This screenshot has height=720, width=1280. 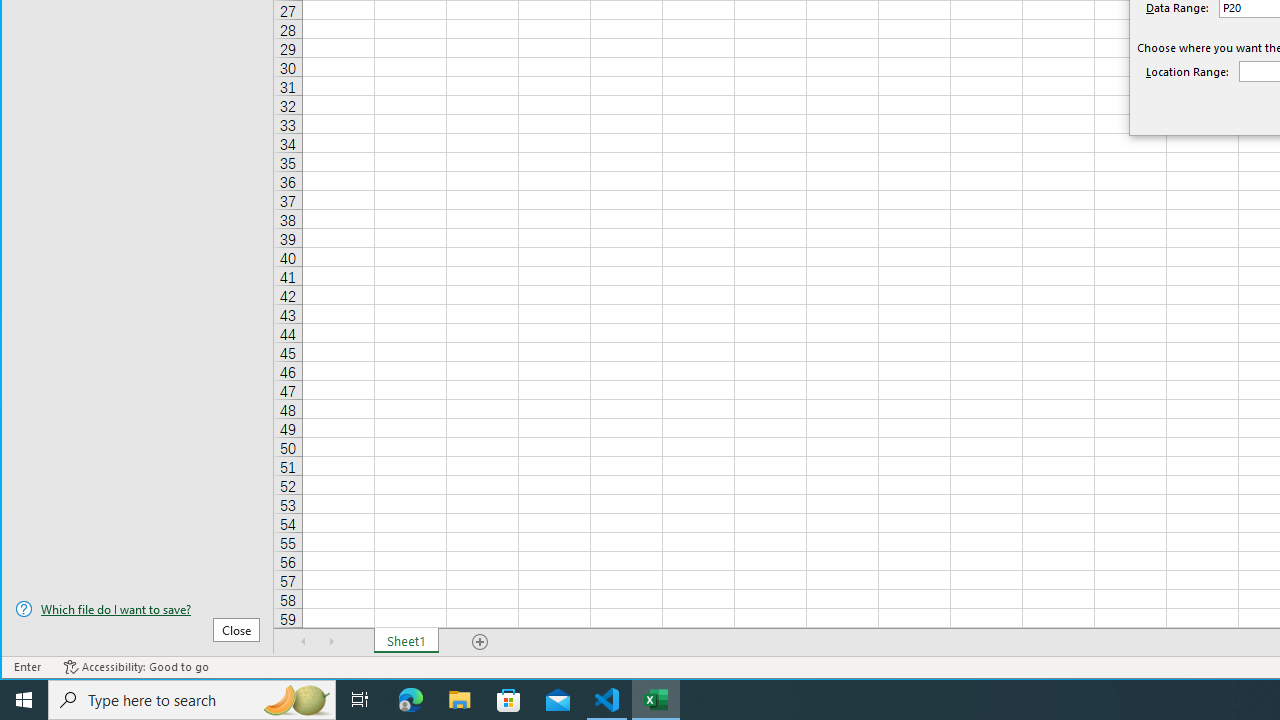 I want to click on 'Which file do I want to save?', so click(x=136, y=608).